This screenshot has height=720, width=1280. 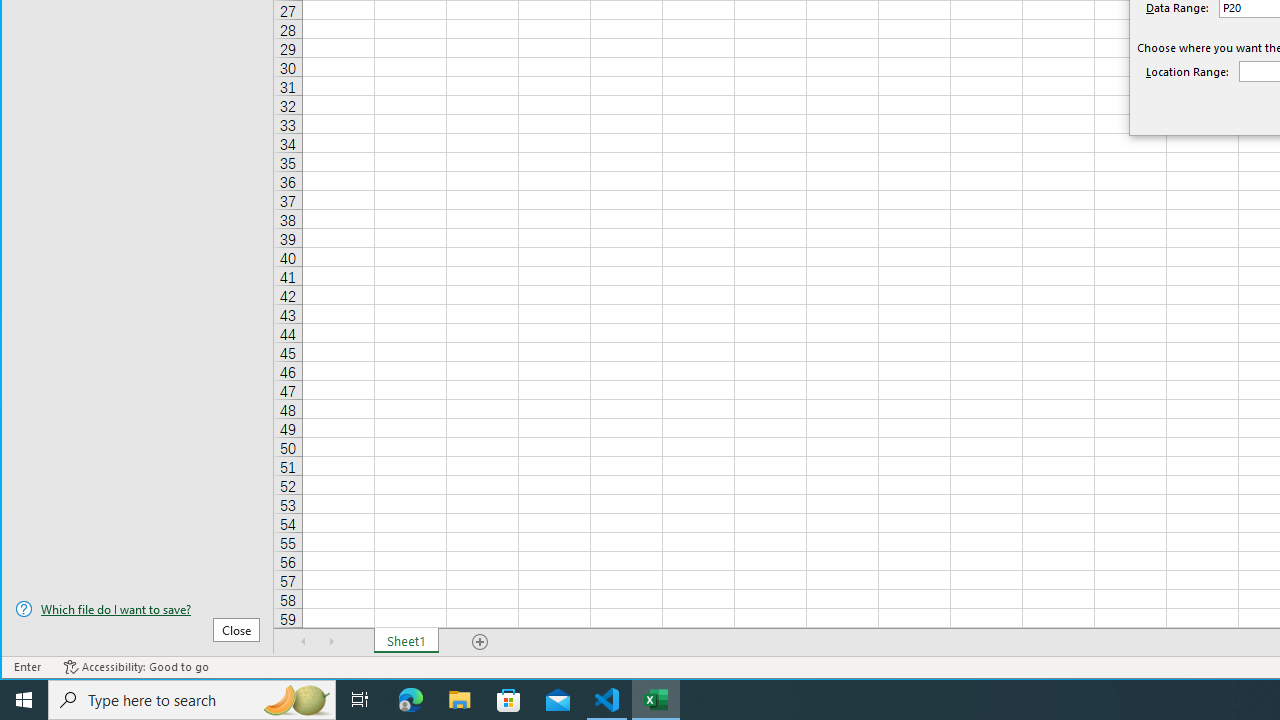 I want to click on 'Which file do I want to save?', so click(x=136, y=608).